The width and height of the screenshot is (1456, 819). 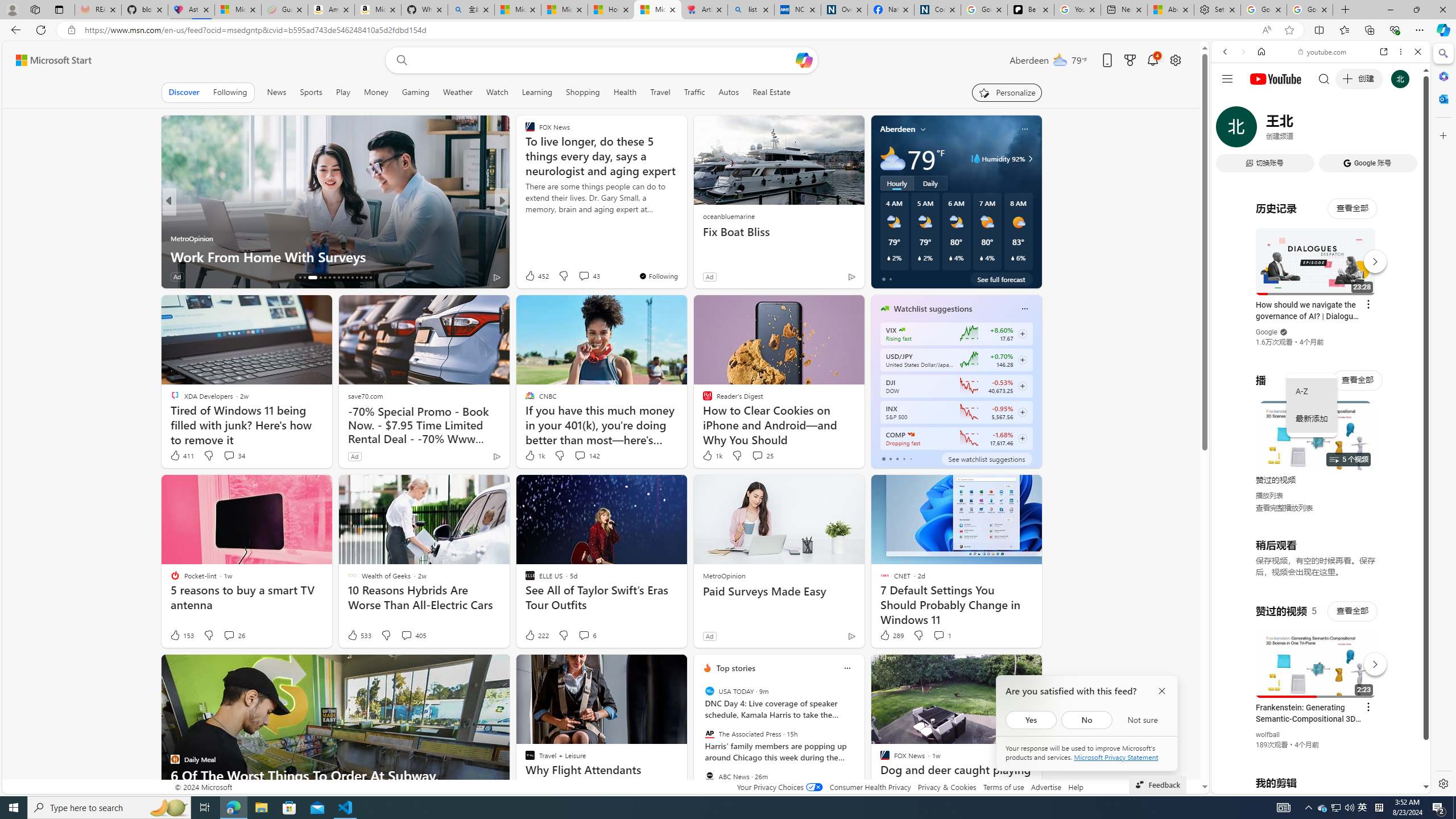 What do you see at coordinates (1350, 130) in the screenshot?
I see `'SEARCH TOOLS'` at bounding box center [1350, 130].